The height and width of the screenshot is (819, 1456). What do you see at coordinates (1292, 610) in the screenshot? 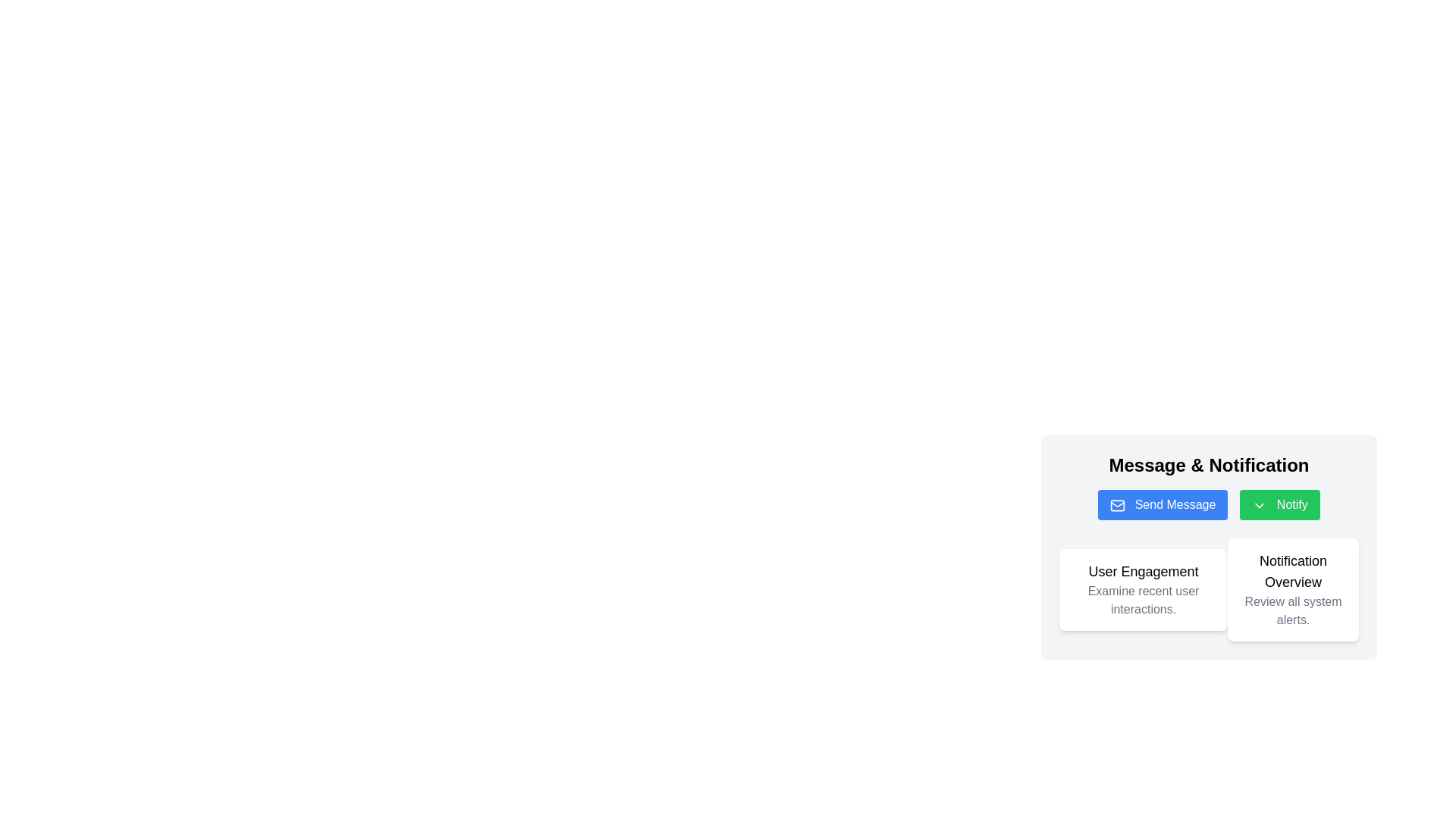
I see `the text element styled in gray font that reads 'Review all system alerts.', which is located below the main heading 'Notification Overview' in the rightmost card of a two-card layout` at bounding box center [1292, 610].